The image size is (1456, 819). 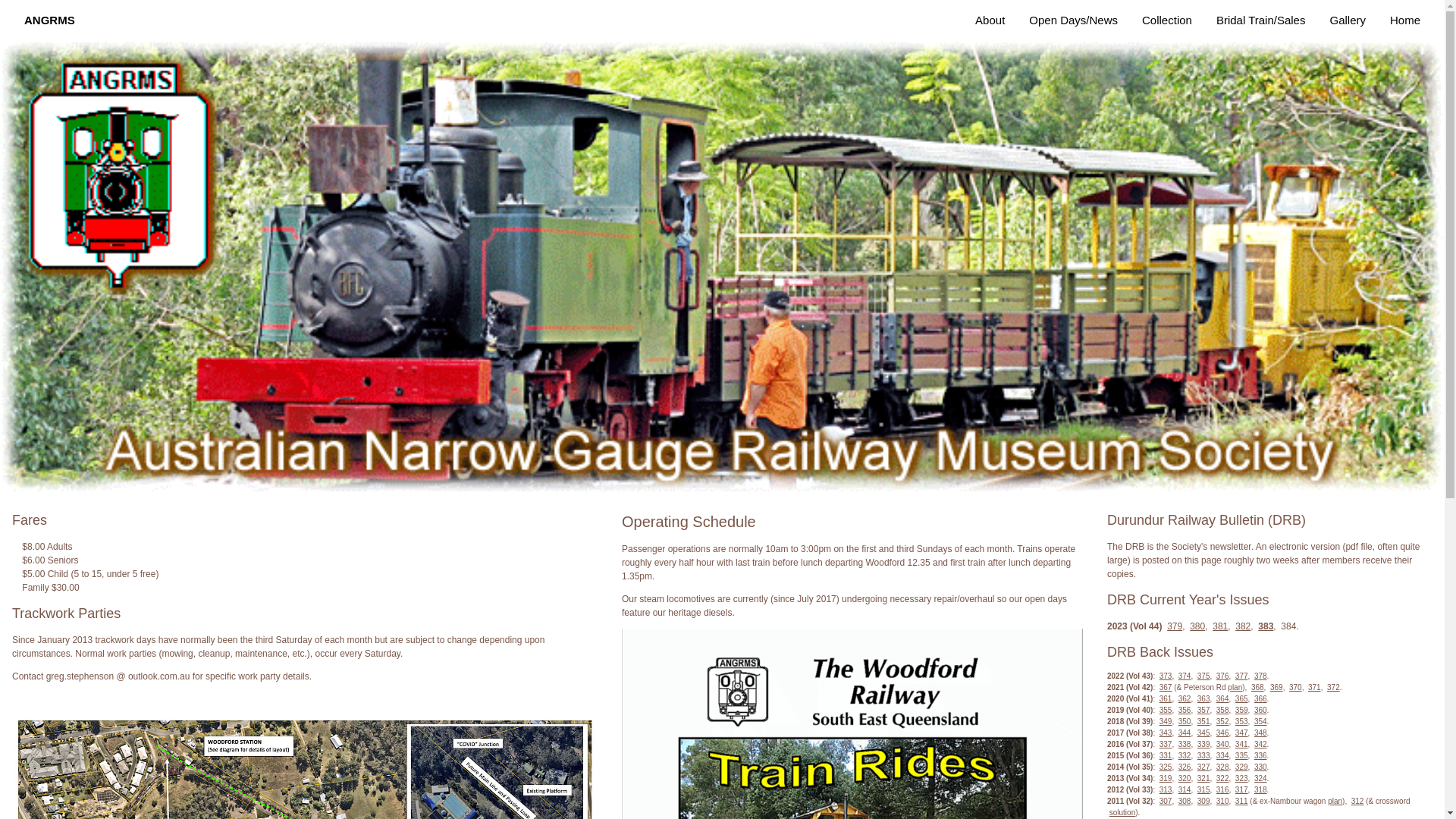 What do you see at coordinates (1307, 687) in the screenshot?
I see `'371'` at bounding box center [1307, 687].